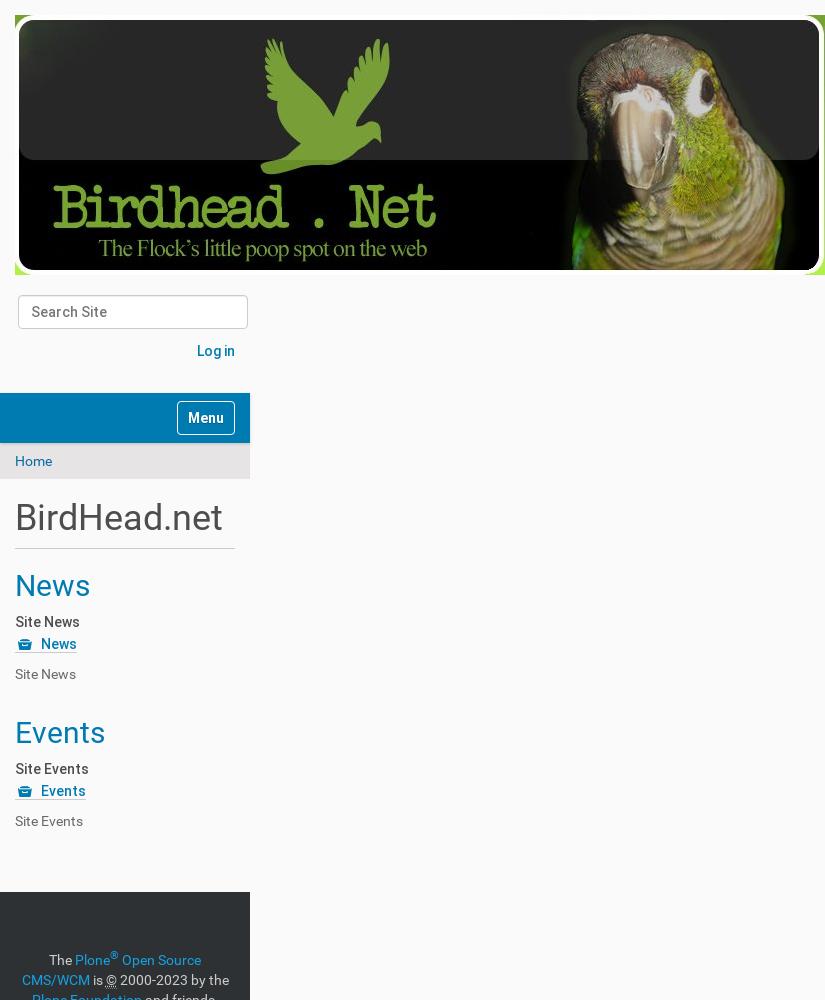 This screenshot has height=1000, width=825. Describe the element at coordinates (172, 978) in the screenshot. I see `'2000-2023 by the'` at that location.